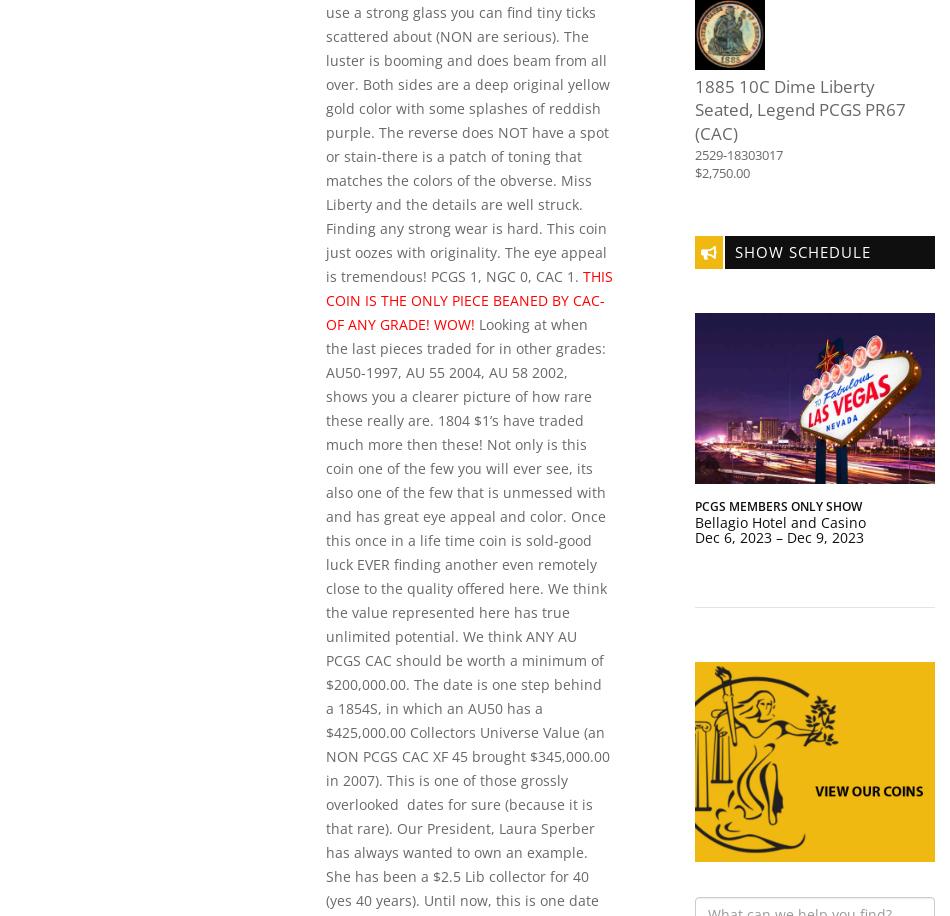 Image resolution: width=950 pixels, height=916 pixels. What do you see at coordinates (687, 24) in the screenshot?
I see `'NEWPS'` at bounding box center [687, 24].